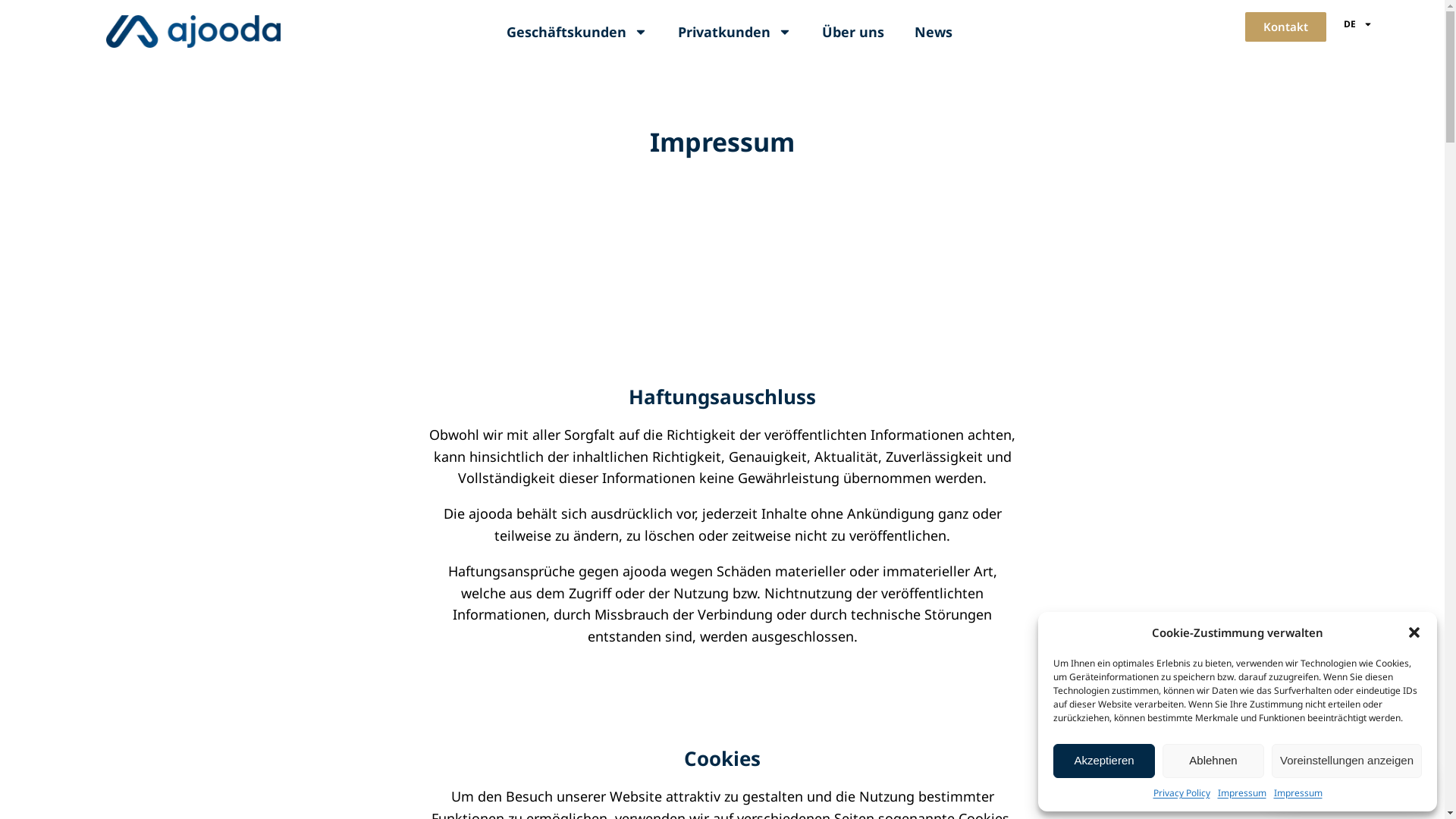  Describe the element at coordinates (1271, 761) in the screenshot. I see `'Voreinstellungen anzeigen'` at that location.